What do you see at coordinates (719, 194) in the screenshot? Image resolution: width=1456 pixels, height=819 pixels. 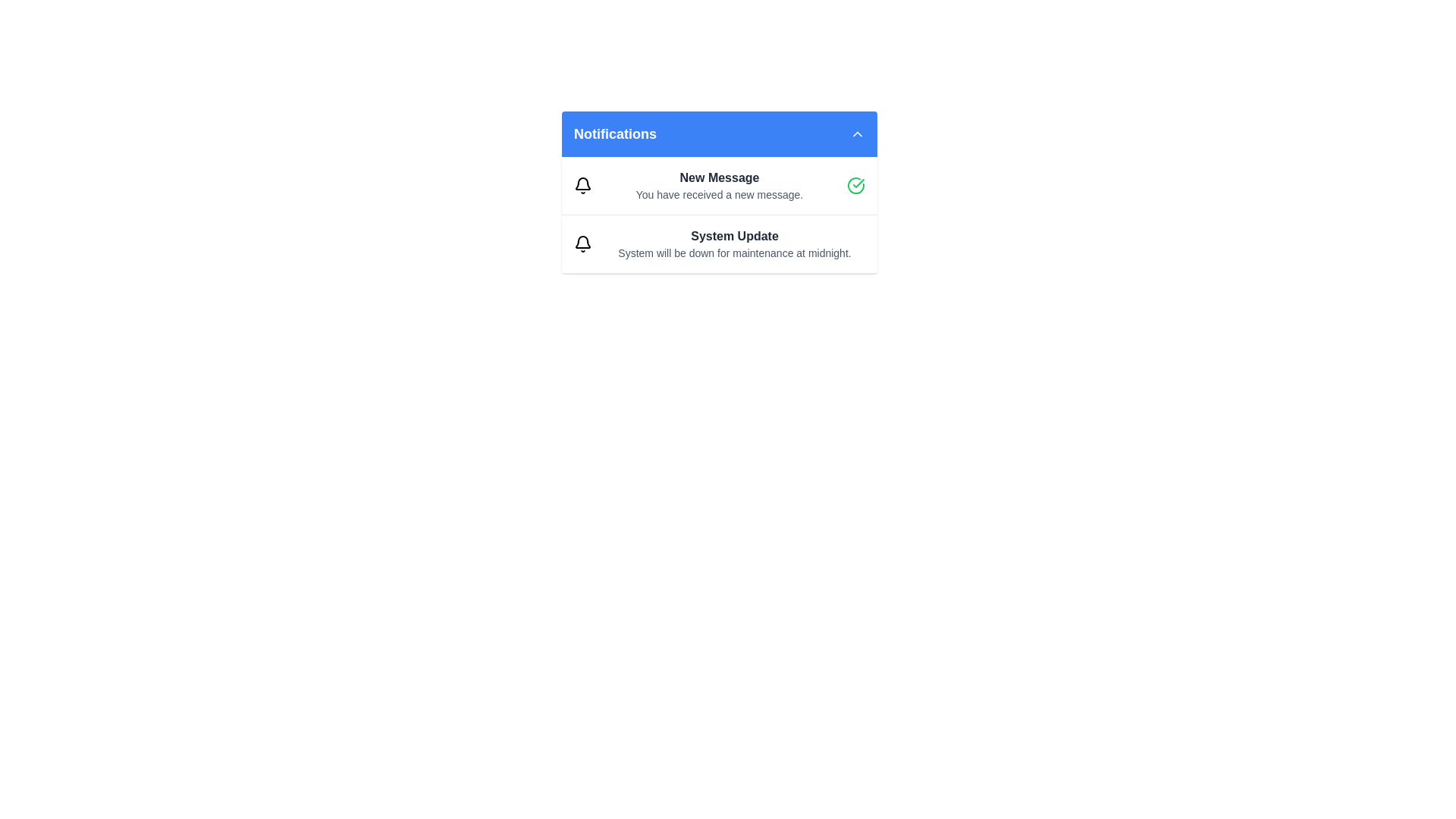 I see `the Text label providing supplemental description below 'New Message' in the notification card` at bounding box center [719, 194].